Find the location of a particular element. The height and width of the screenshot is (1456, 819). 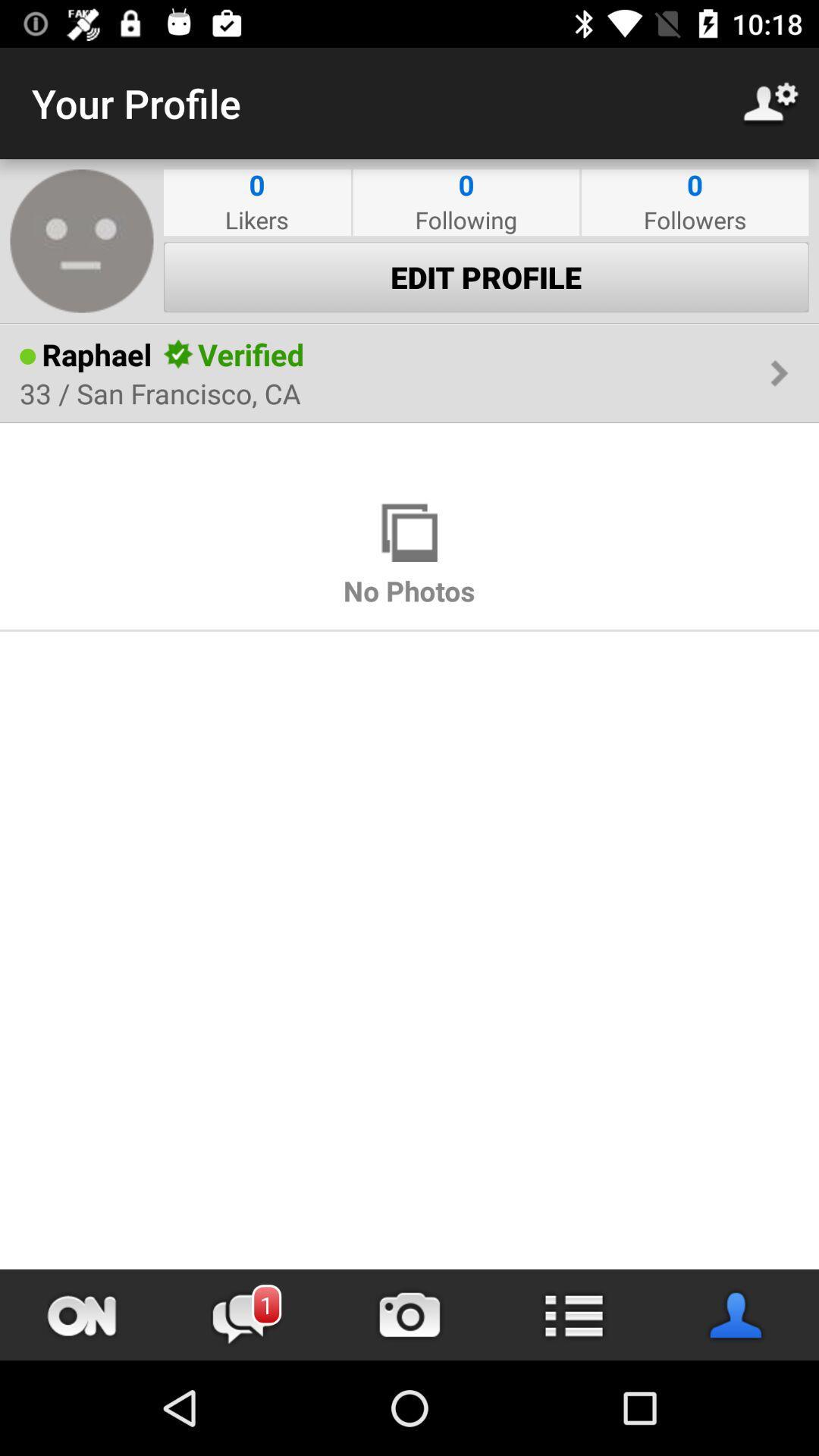

icon to the right of the following item is located at coordinates (695, 218).